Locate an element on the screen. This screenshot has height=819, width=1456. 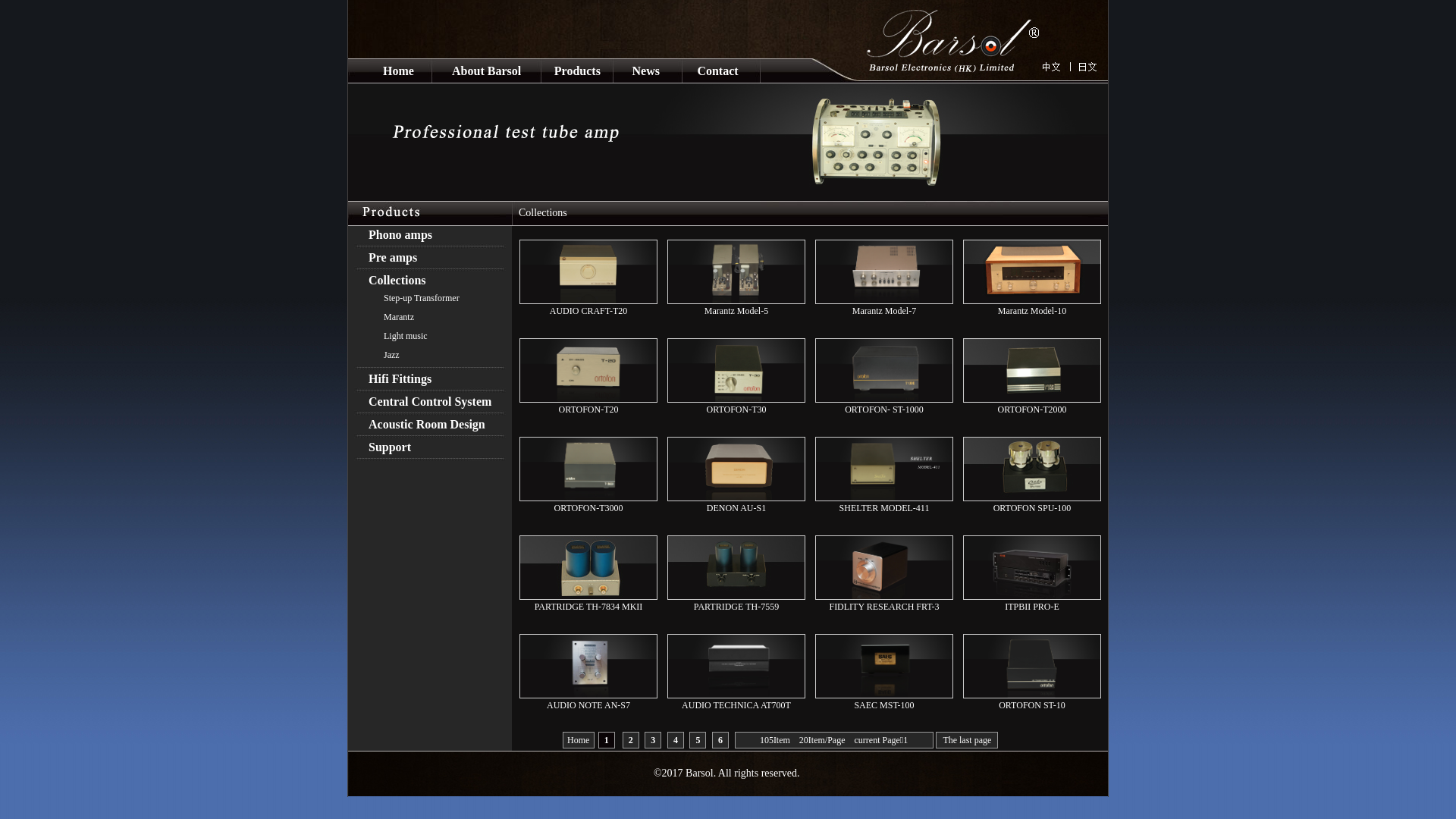
'About Barsol' is located at coordinates (486, 70).